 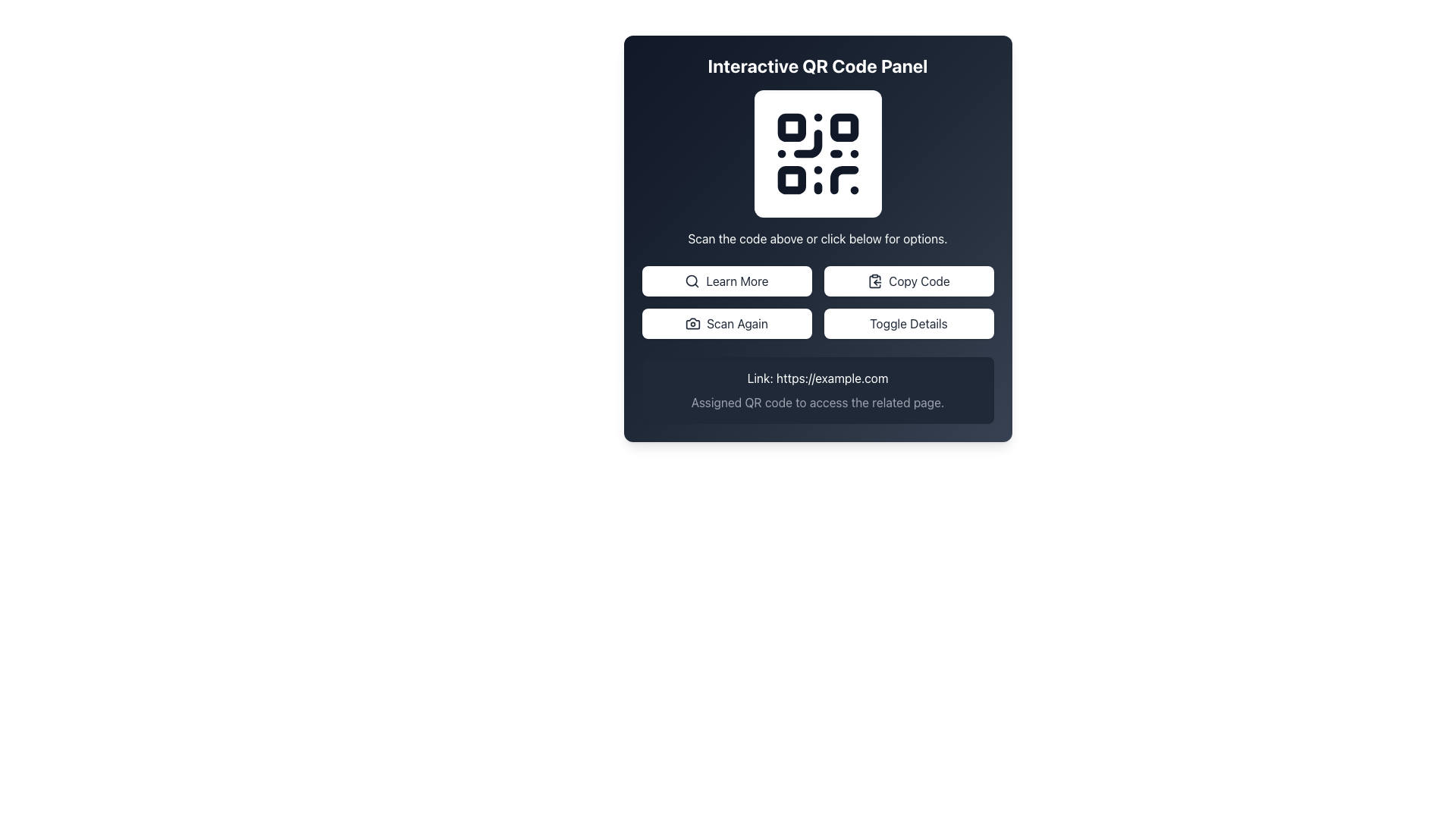 I want to click on small square decorative element with a white fill and black border located in the bottom-left corner of the QR code, so click(x=790, y=179).